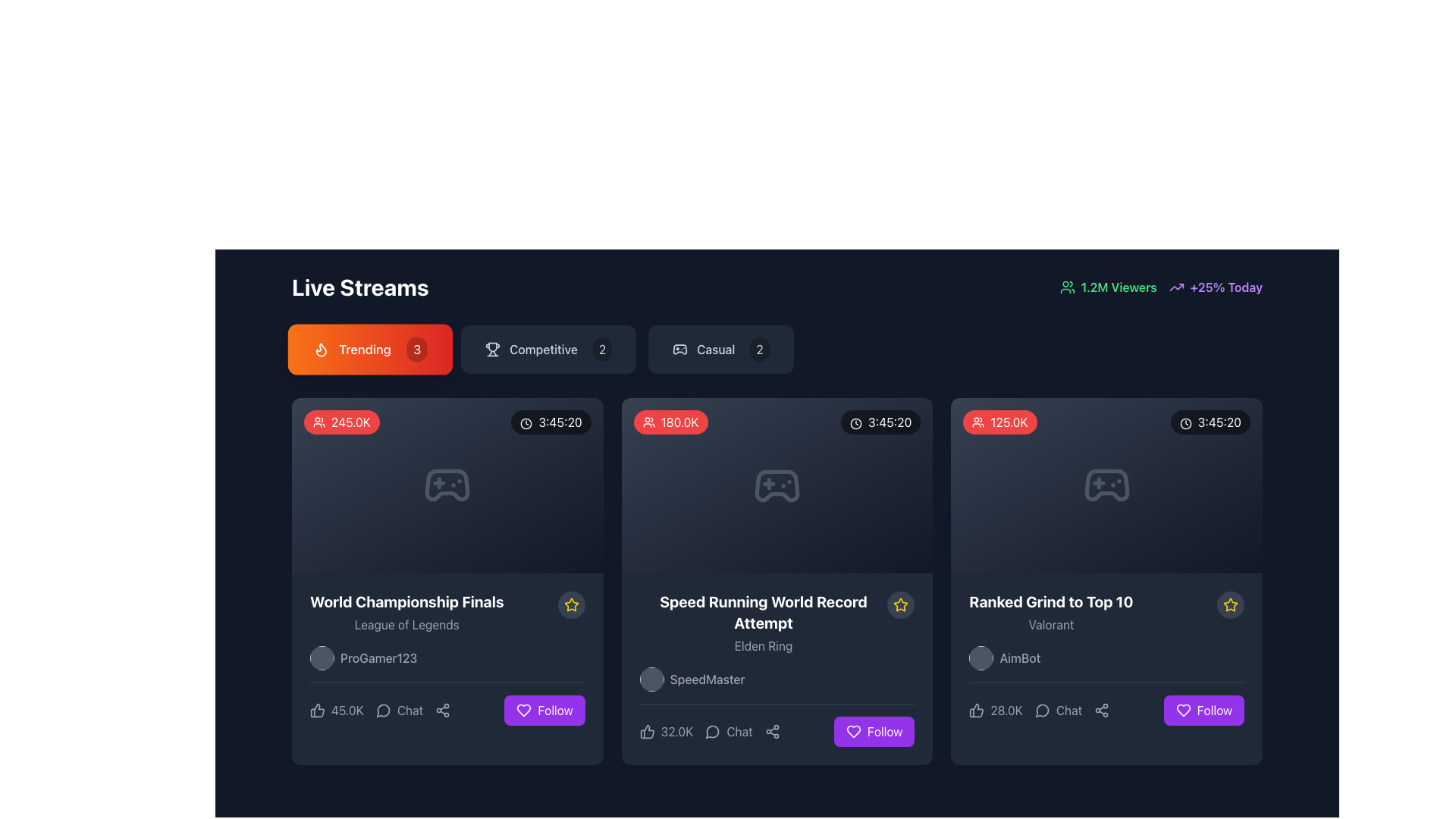 The image size is (1456, 819). Describe the element at coordinates (350, 422) in the screenshot. I see `the Text label displaying the viewer count of '245.0K' located at the upper-left of the live stream card` at that location.